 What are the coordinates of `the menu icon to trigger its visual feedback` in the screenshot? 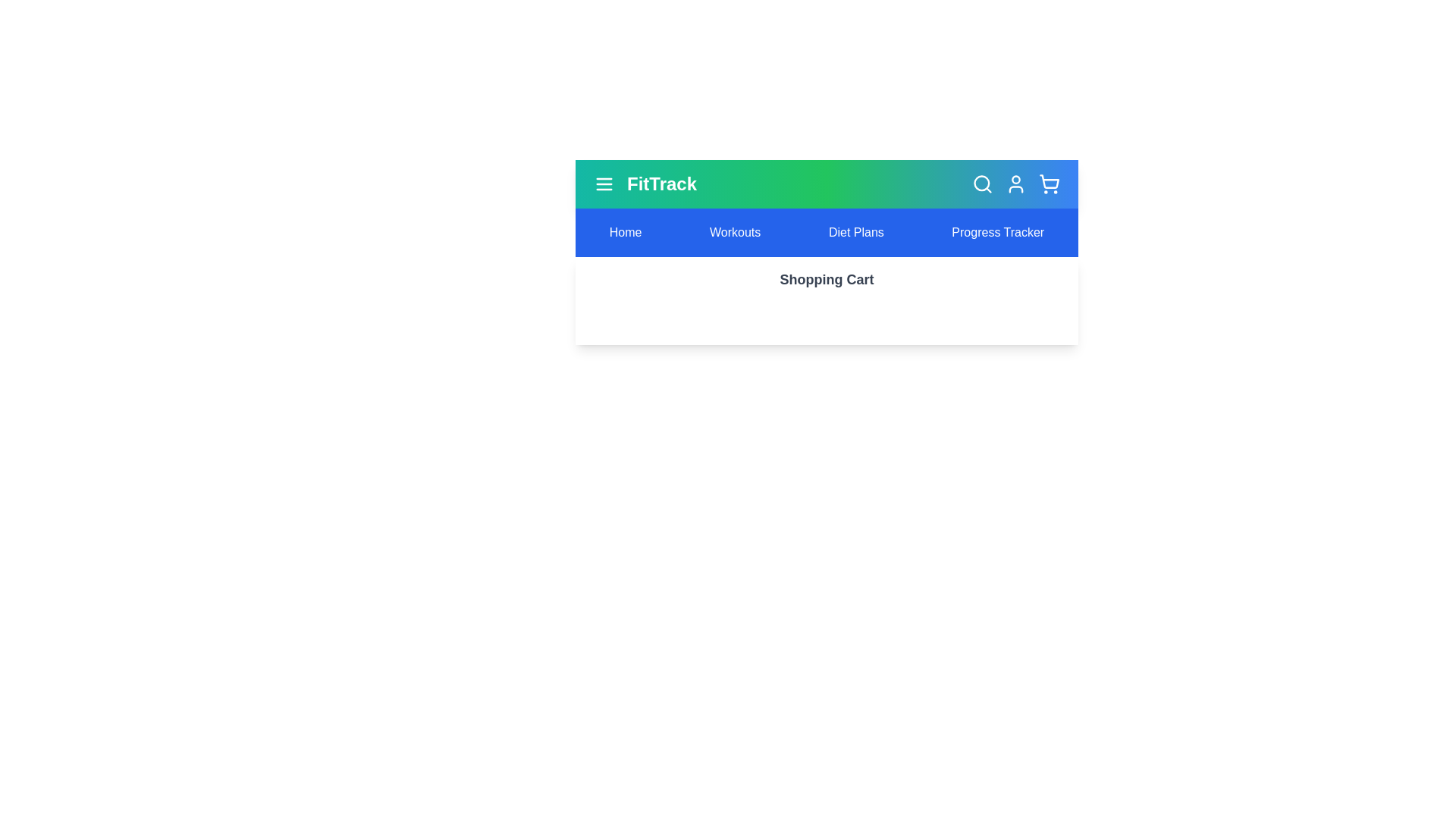 It's located at (603, 184).